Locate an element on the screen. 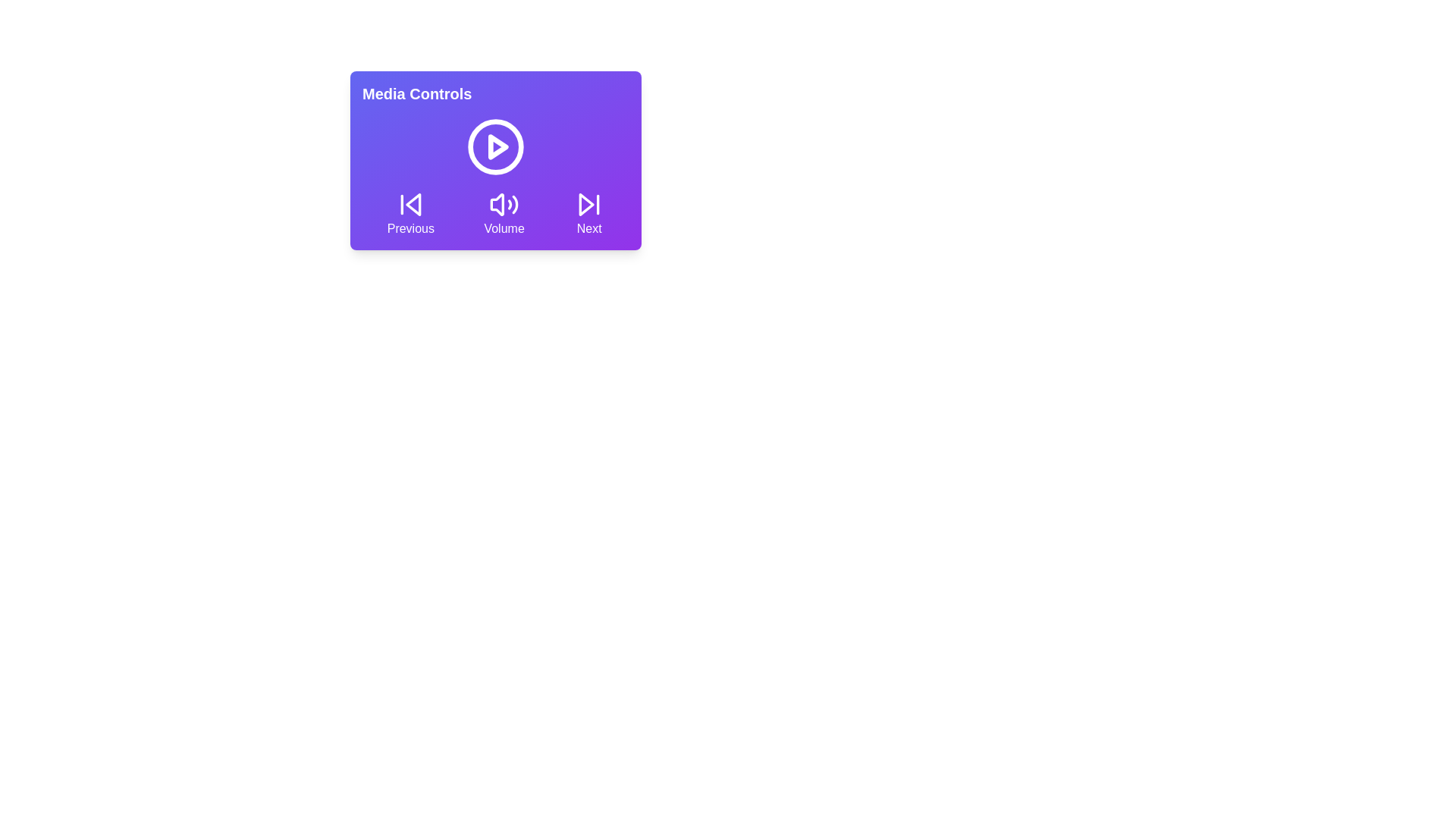 Image resolution: width=1456 pixels, height=819 pixels. the play button to start playback is located at coordinates (495, 146).